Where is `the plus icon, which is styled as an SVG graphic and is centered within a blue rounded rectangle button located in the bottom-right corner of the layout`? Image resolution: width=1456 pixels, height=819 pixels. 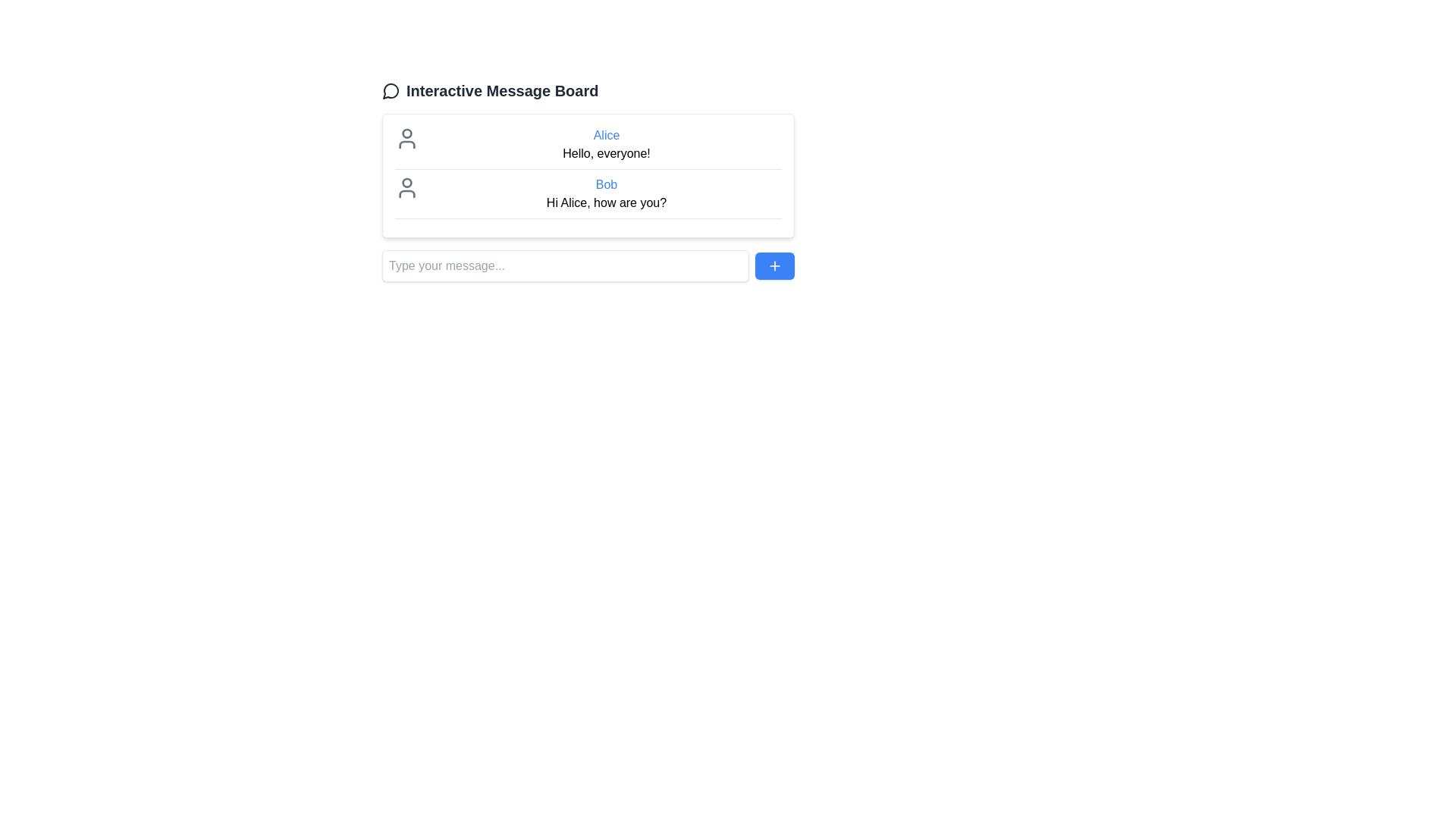 the plus icon, which is styled as an SVG graphic and is centered within a blue rounded rectangle button located in the bottom-right corner of the layout is located at coordinates (775, 265).